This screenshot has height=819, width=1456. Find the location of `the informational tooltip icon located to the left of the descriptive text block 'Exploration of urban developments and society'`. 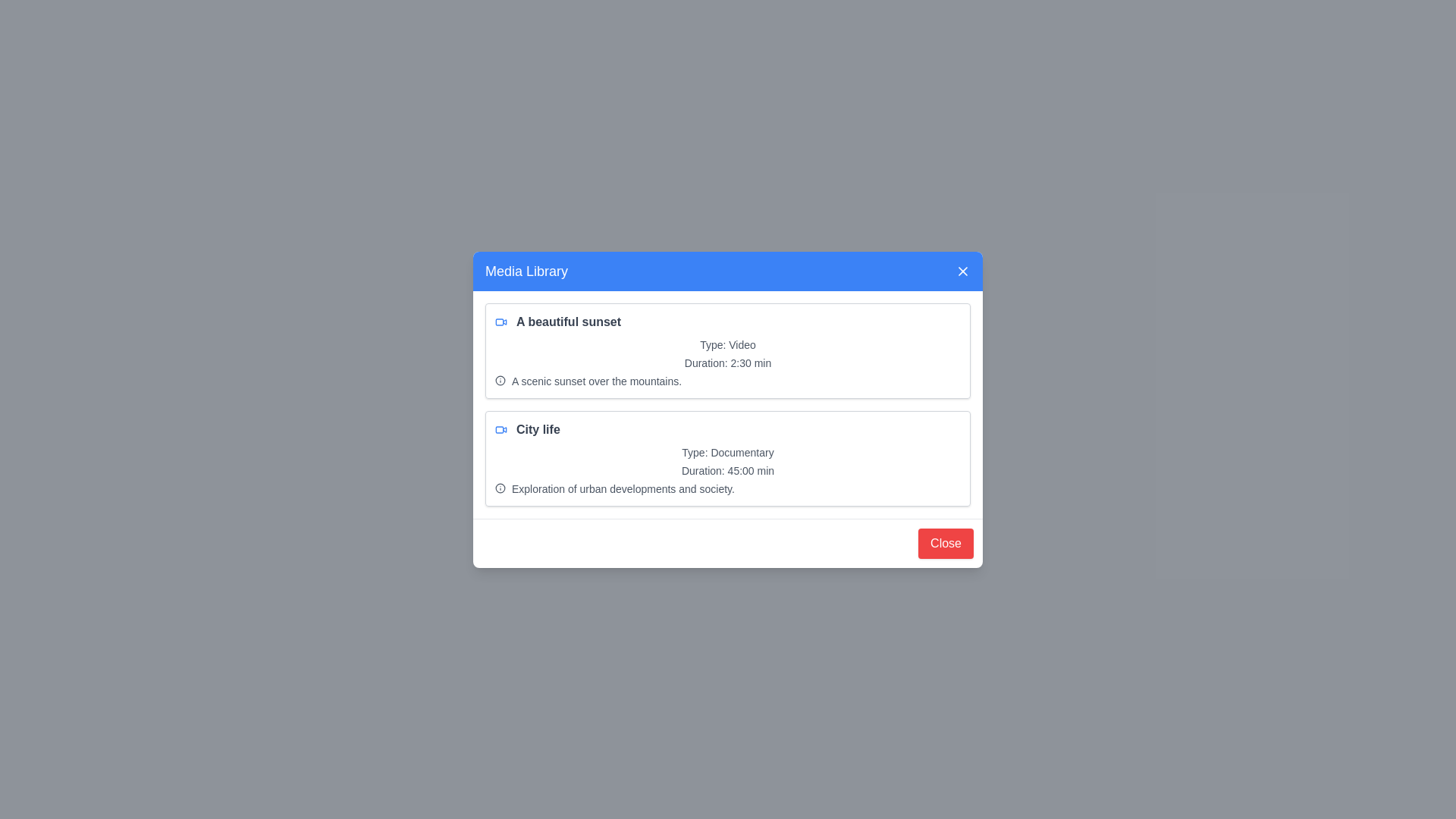

the informational tooltip icon located to the left of the descriptive text block 'Exploration of urban developments and society' is located at coordinates (500, 488).